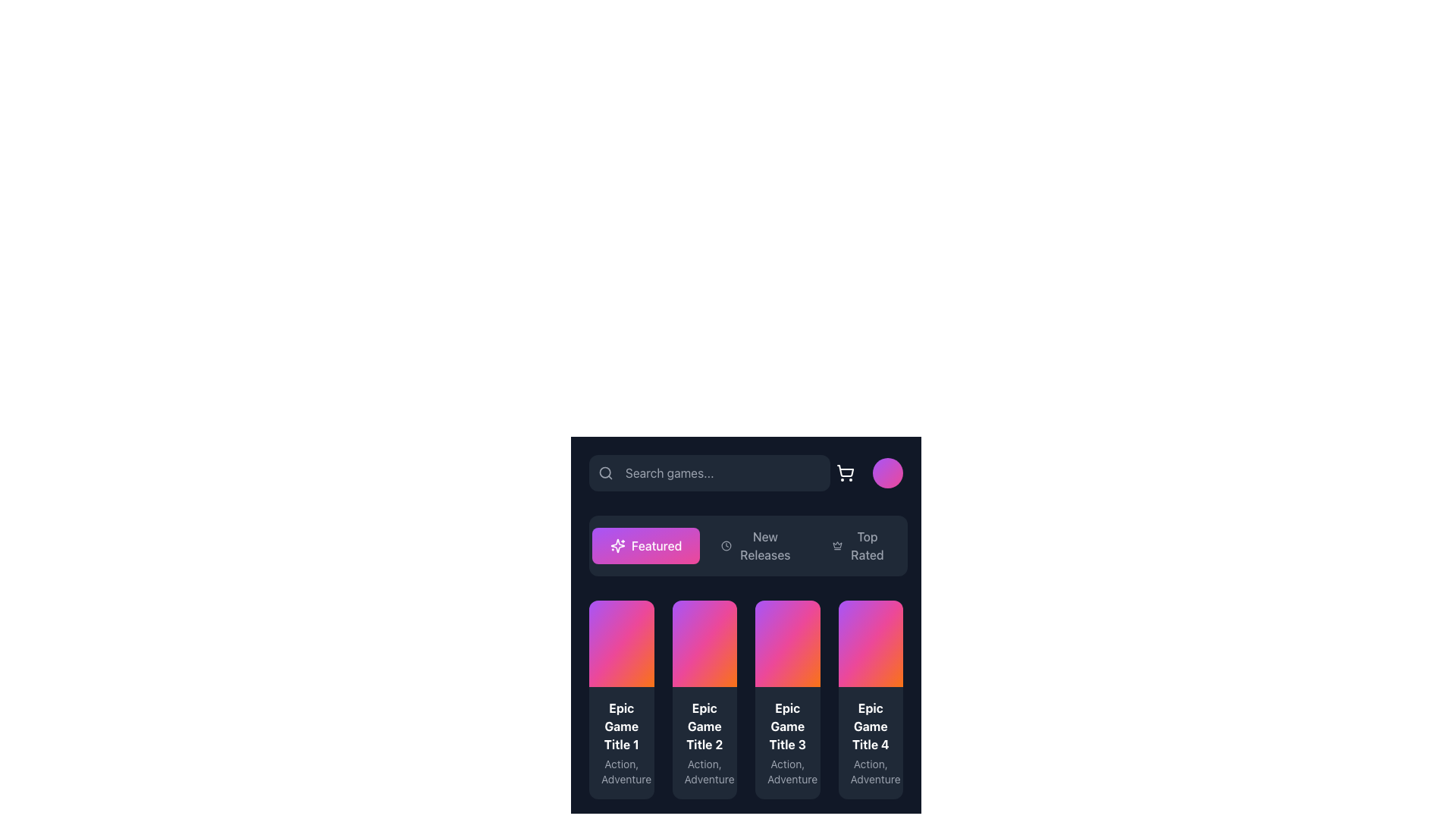 The width and height of the screenshot is (1456, 819). I want to click on the first button in a horizontal group of three, which has a gradient background from purple to pink and features the text 'Featured' with a sparkles icon, so click(646, 546).